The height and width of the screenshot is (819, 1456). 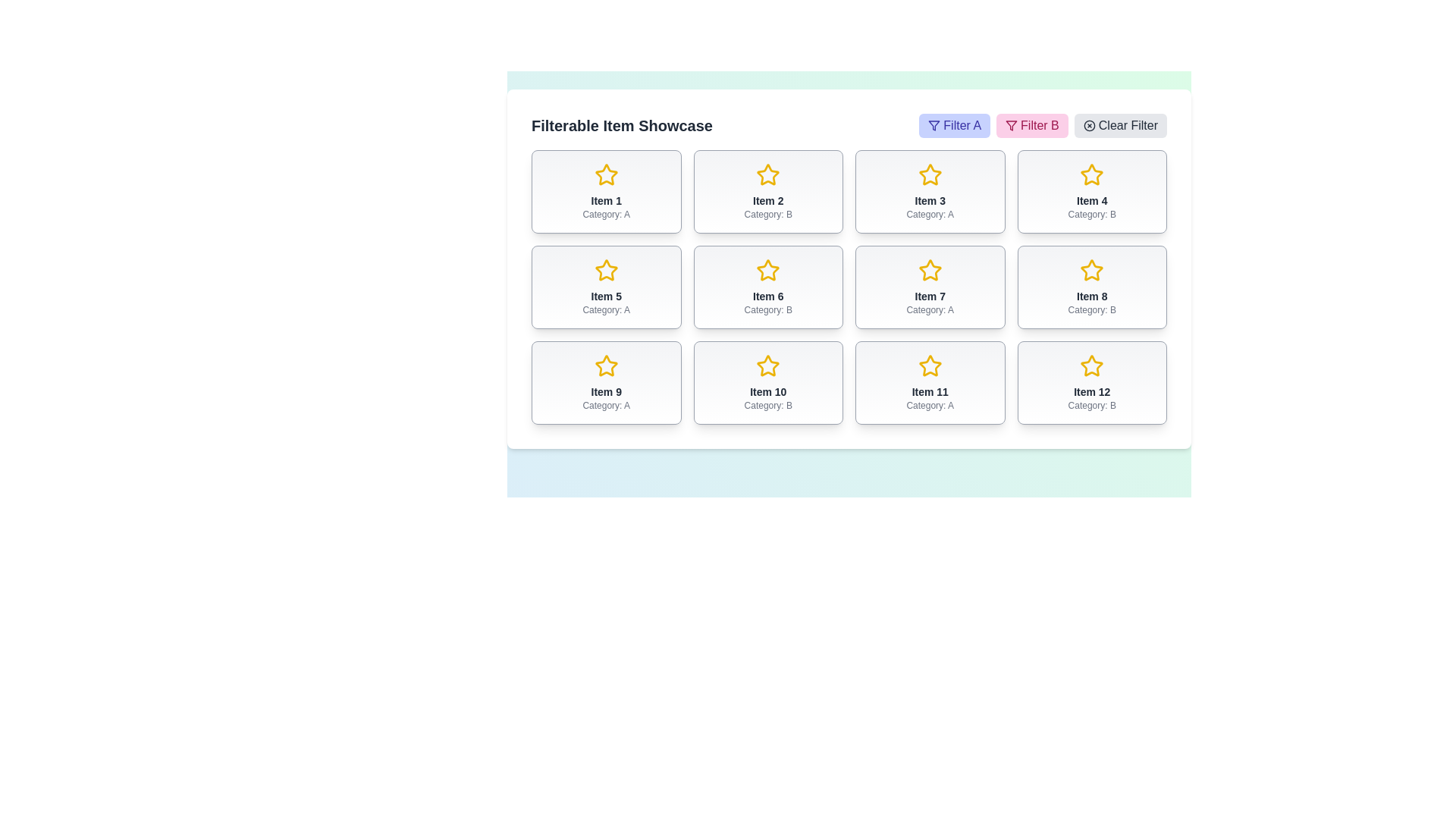 What do you see at coordinates (1092, 270) in the screenshot?
I see `the star SVG icon located at the top of the card labeled 'Item 8\nCategory: B', which is the fourth card in the second row of the grid layout, to rate it` at bounding box center [1092, 270].